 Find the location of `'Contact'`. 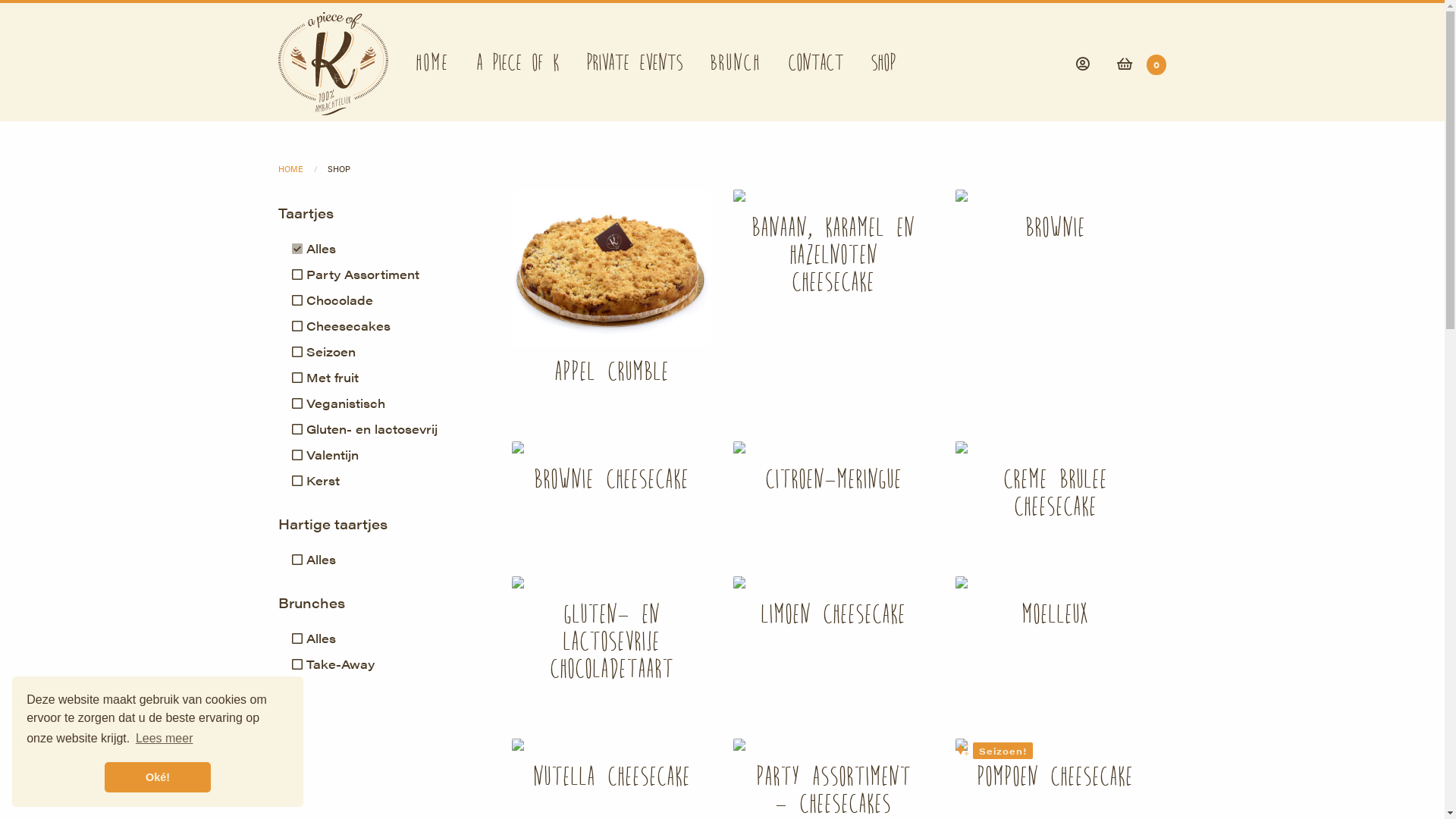

'Contact' is located at coordinates (814, 63).